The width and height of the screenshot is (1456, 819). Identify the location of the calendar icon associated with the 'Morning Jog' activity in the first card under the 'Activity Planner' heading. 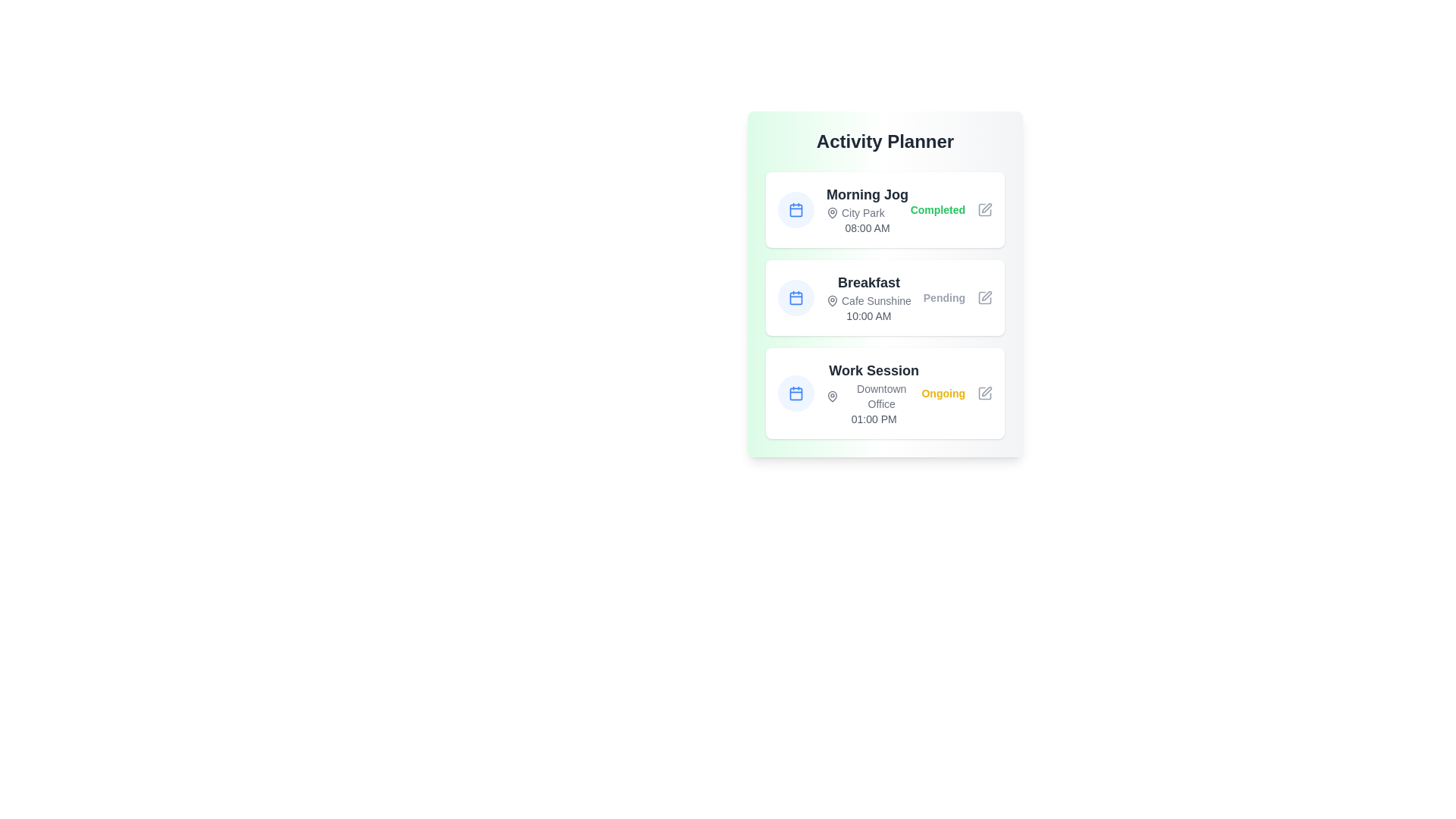
(795, 210).